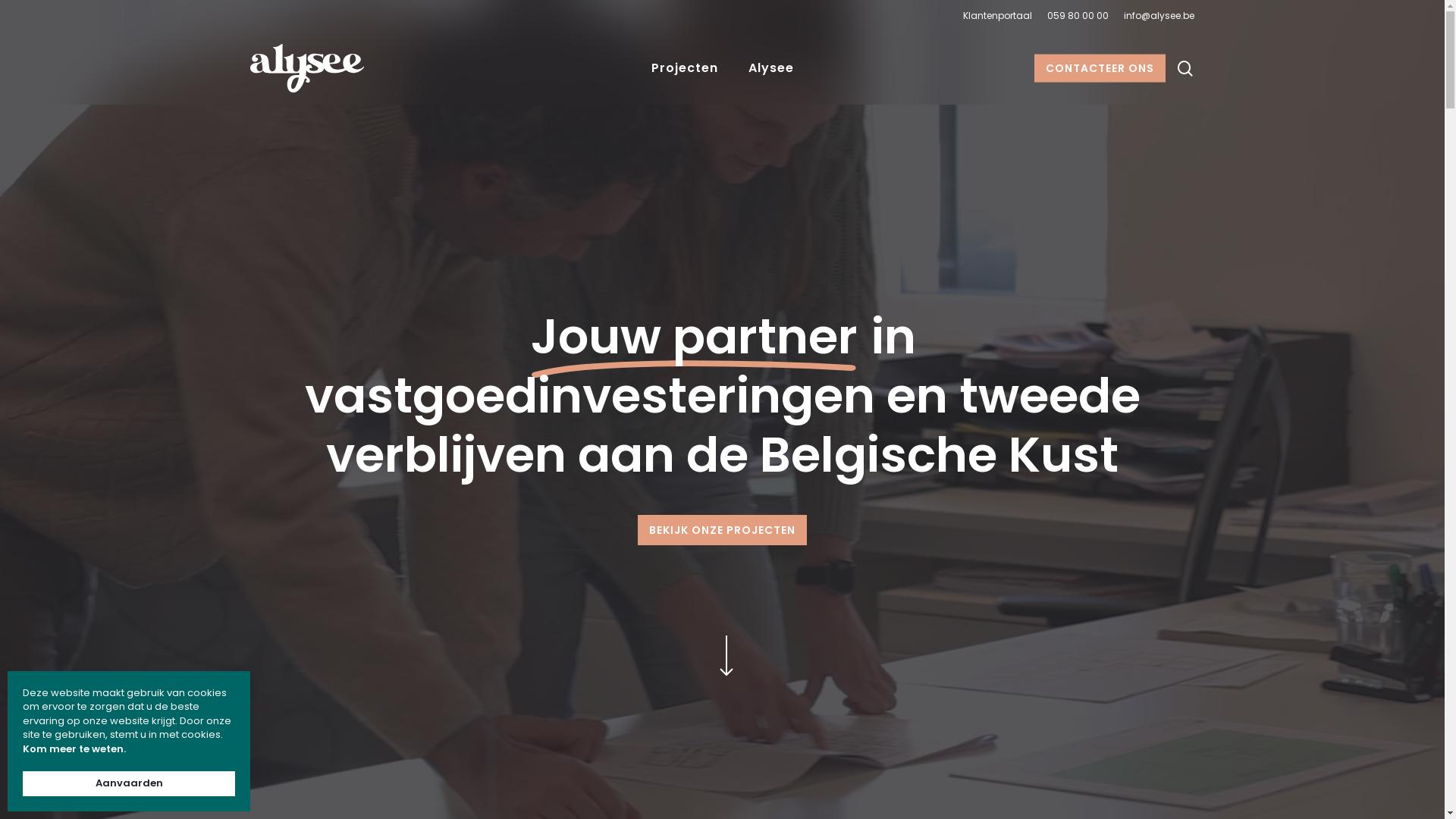  I want to click on 'Alysee', so click(732, 67).